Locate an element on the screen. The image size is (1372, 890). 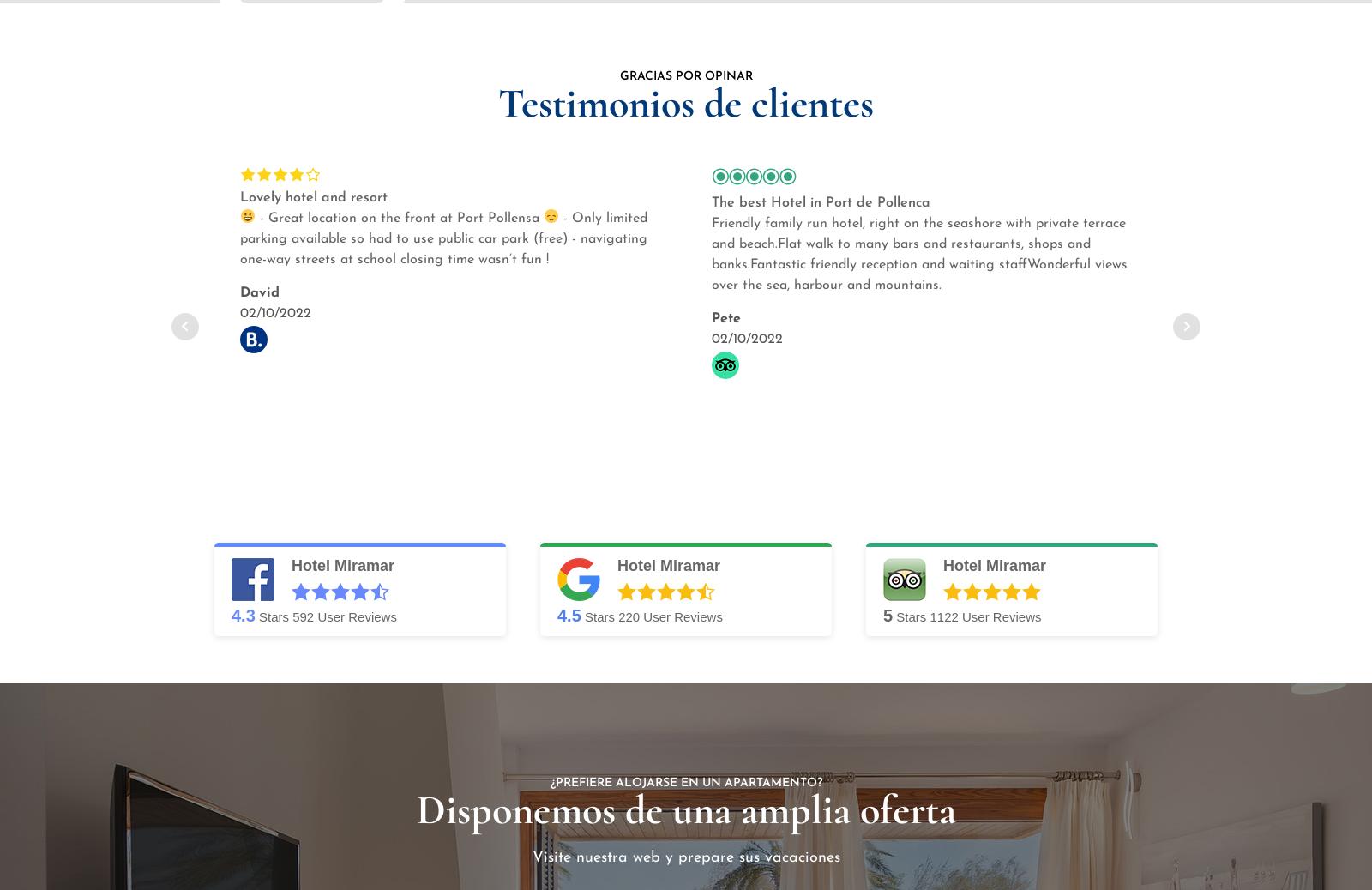
'¿PREFIERE ALOJARSE EN UN APARTAMENTO?' is located at coordinates (685, 782).